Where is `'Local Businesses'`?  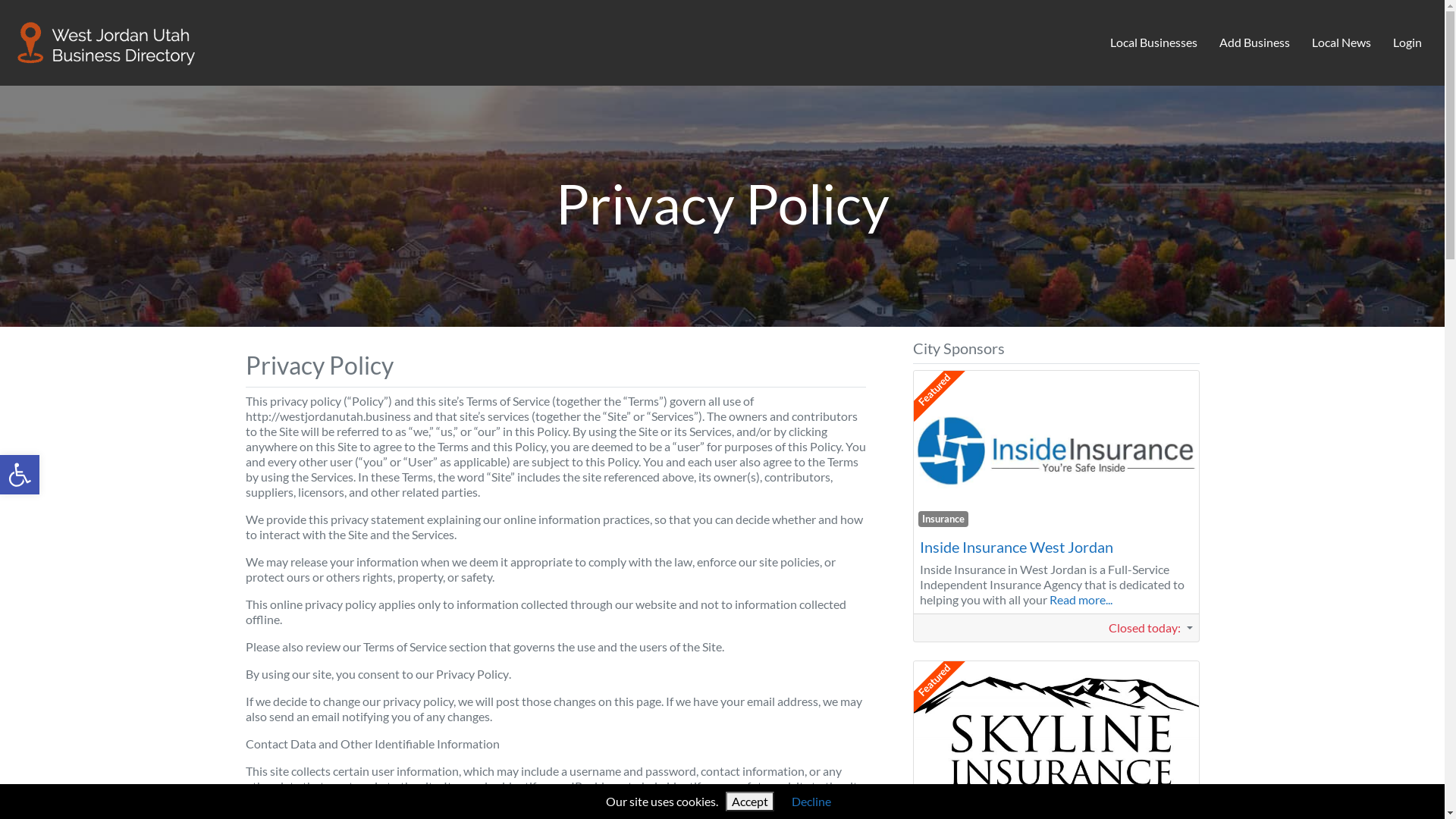
'Local Businesses' is located at coordinates (1153, 42).